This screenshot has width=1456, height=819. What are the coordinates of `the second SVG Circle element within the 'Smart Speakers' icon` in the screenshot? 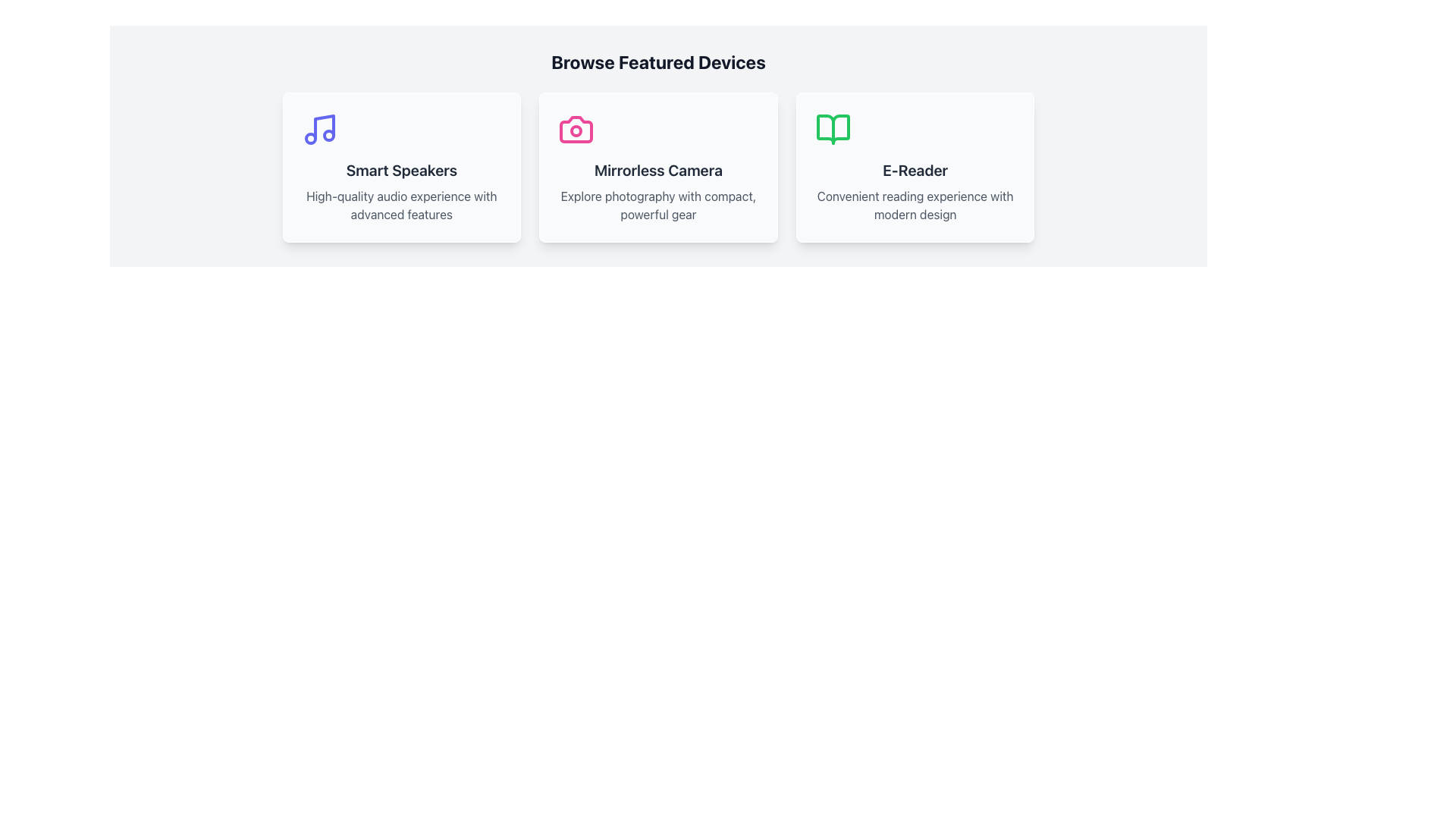 It's located at (309, 138).